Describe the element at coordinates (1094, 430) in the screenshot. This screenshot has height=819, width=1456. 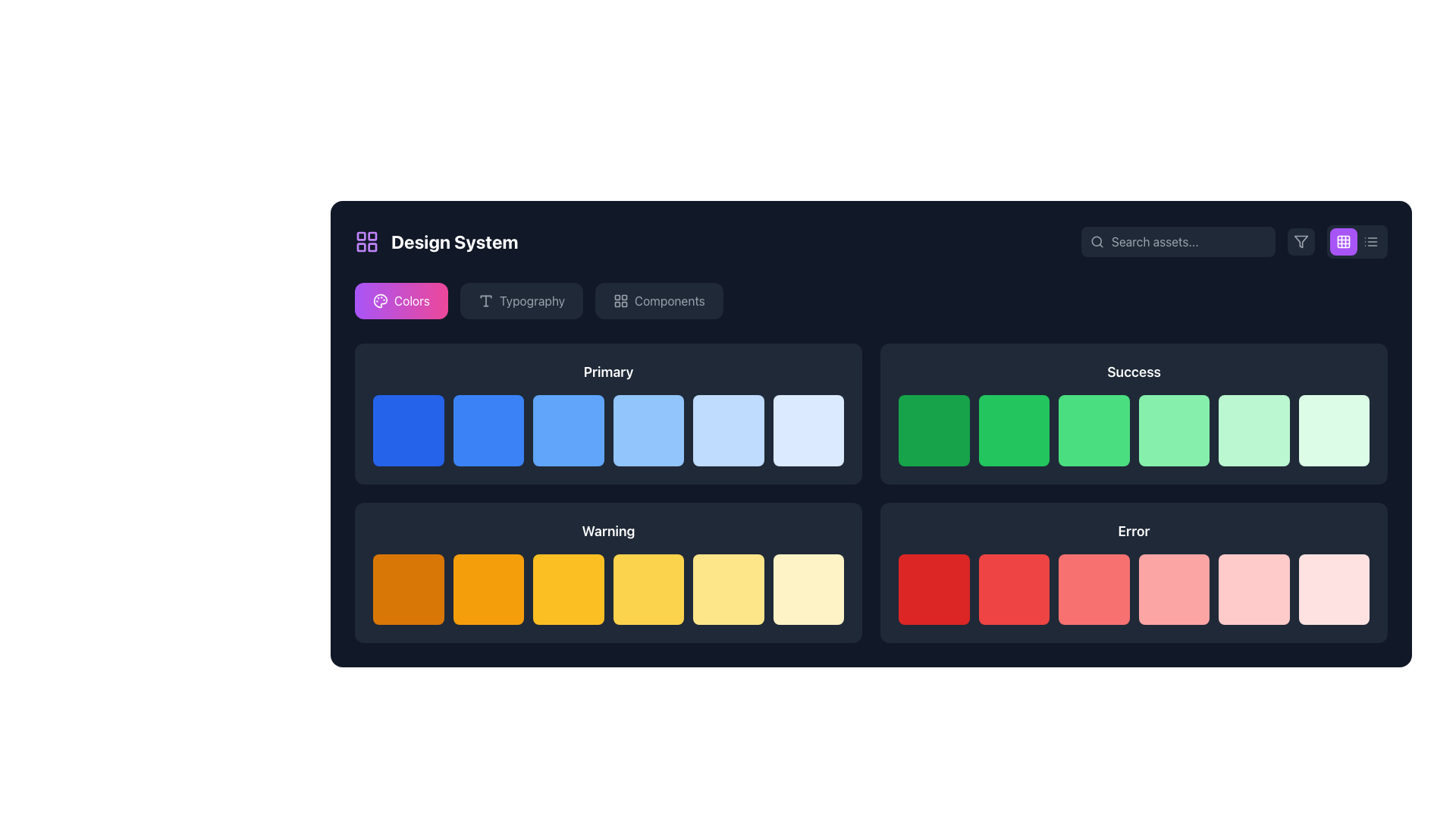
I see `the fourth selectable square button in the horizontal grid of six green-themed items under the 'Success' section for interaction` at that location.